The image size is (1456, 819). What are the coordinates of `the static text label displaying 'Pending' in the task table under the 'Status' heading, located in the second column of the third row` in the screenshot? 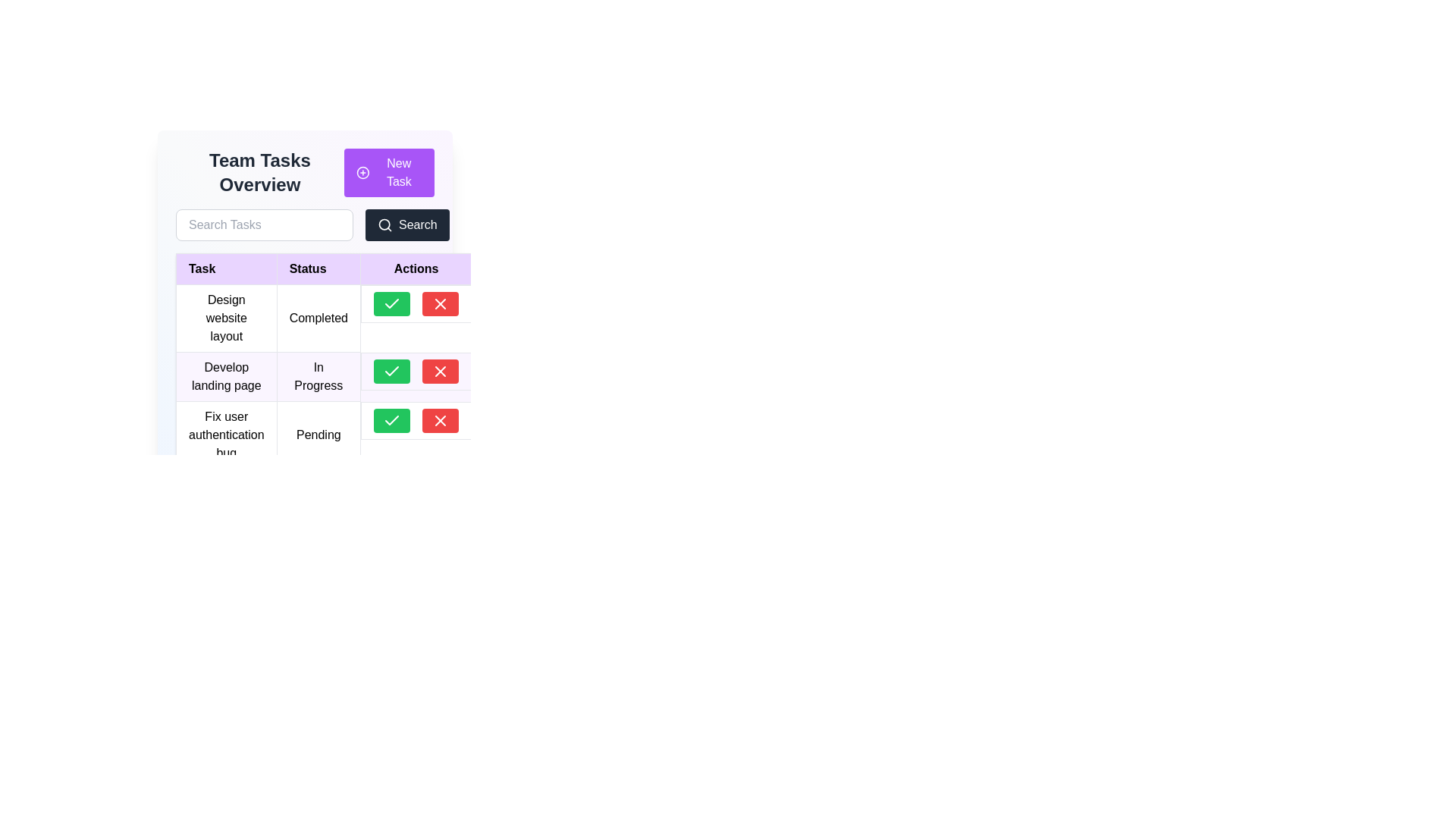 It's located at (318, 435).